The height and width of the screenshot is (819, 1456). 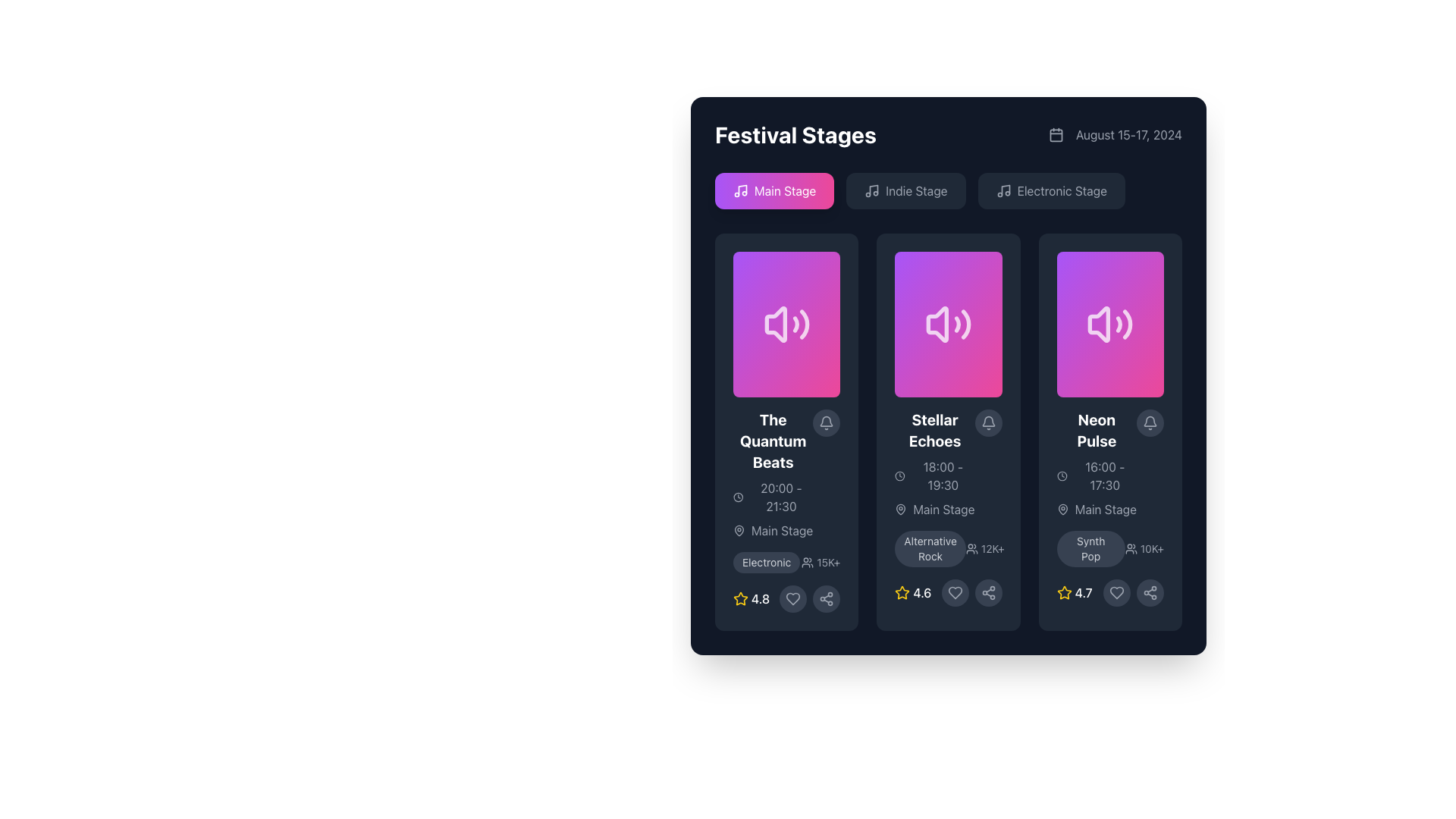 I want to click on the numerical rating value '4.7' displayed in the Rating Indicator, which is a small text label with a yellow star icon to its left, located at the bottom section of the 'Neon Pulse' card, so click(x=1074, y=592).